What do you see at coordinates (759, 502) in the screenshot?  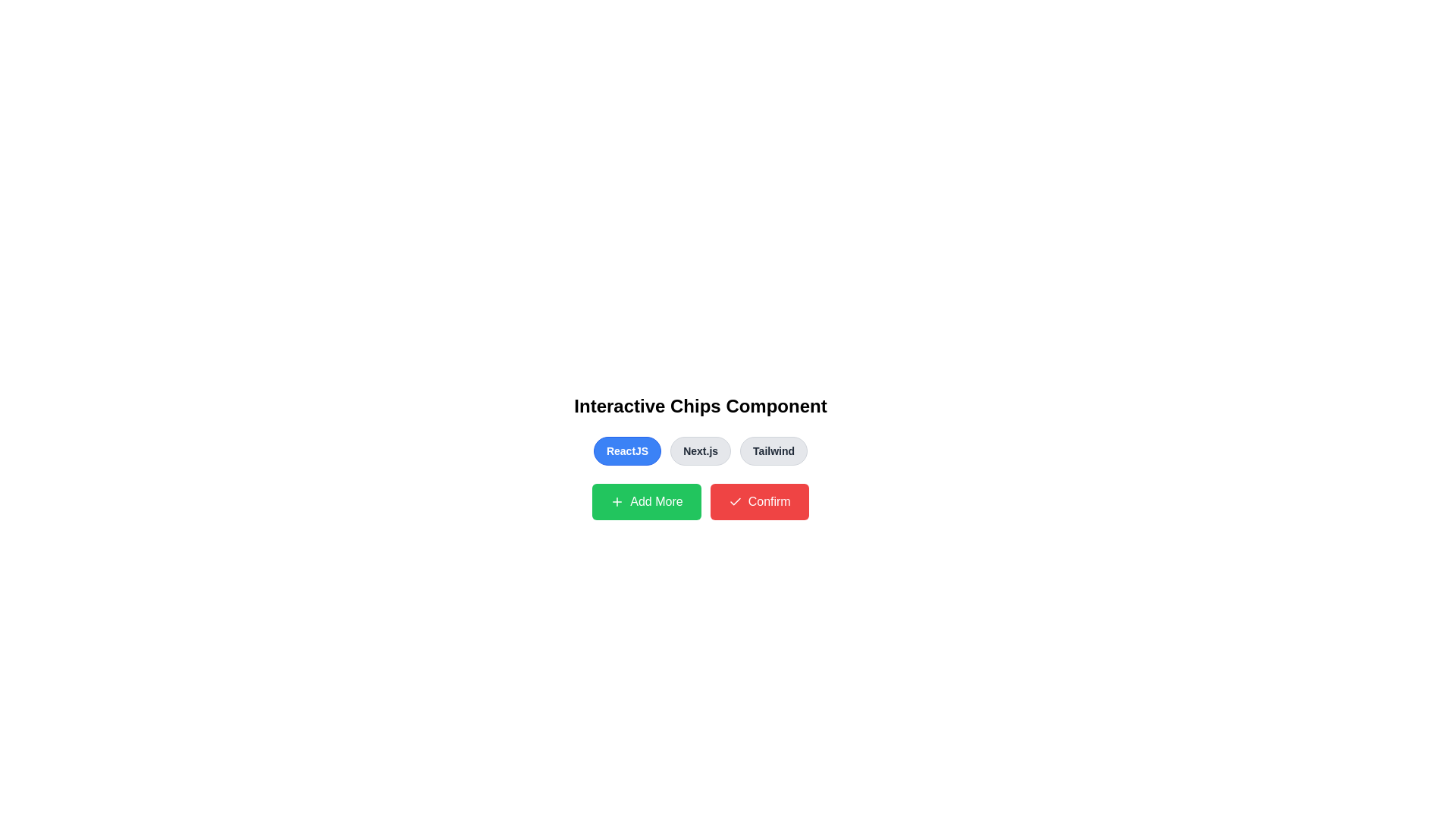 I see `the 'Confirm' button to confirm the selection` at bounding box center [759, 502].